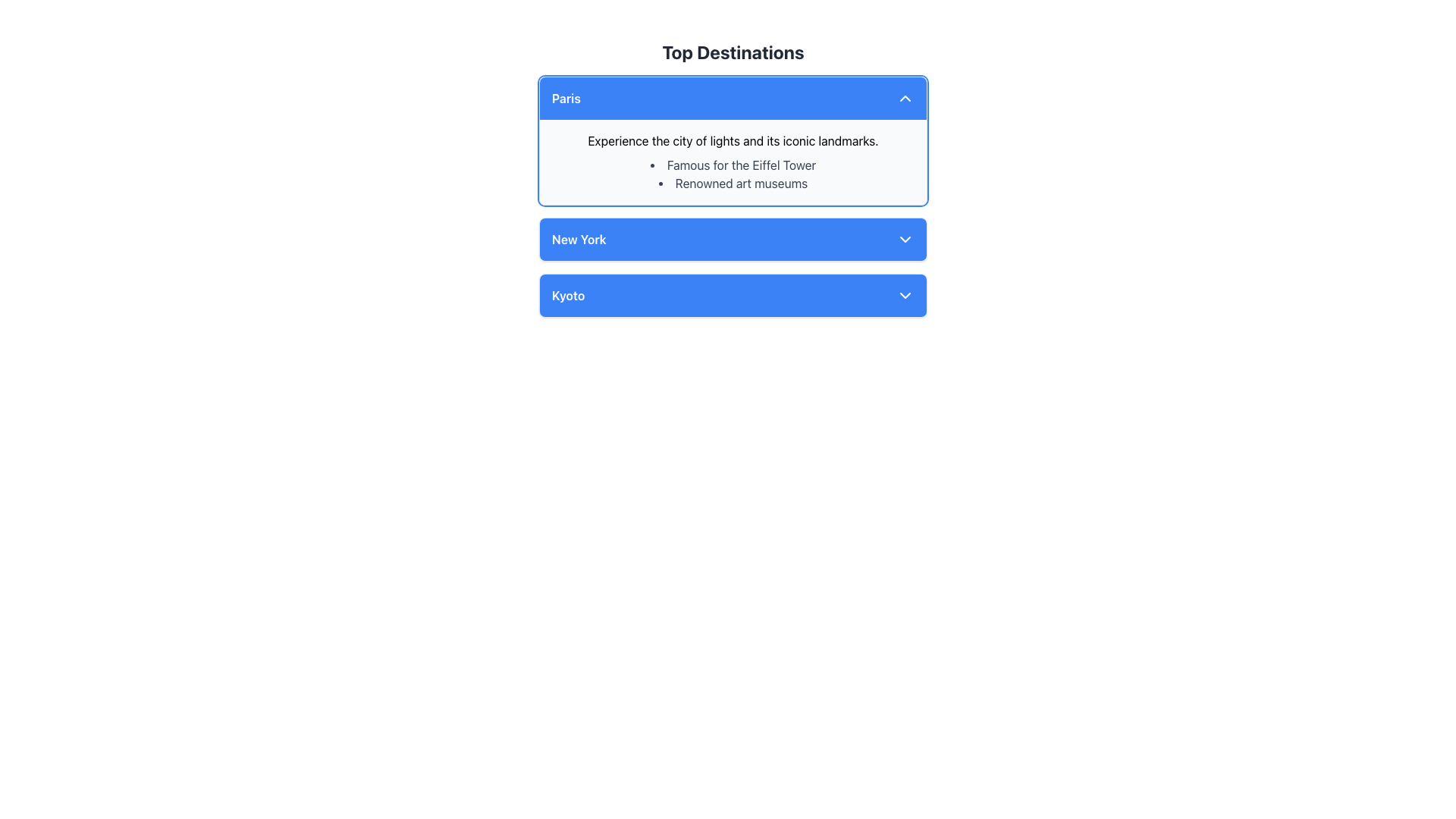 Image resolution: width=1456 pixels, height=819 pixels. I want to click on the text line that reads 'Renowned art museums.' which is the second item in a bulleted list under the 'Paris' section, so click(733, 183).